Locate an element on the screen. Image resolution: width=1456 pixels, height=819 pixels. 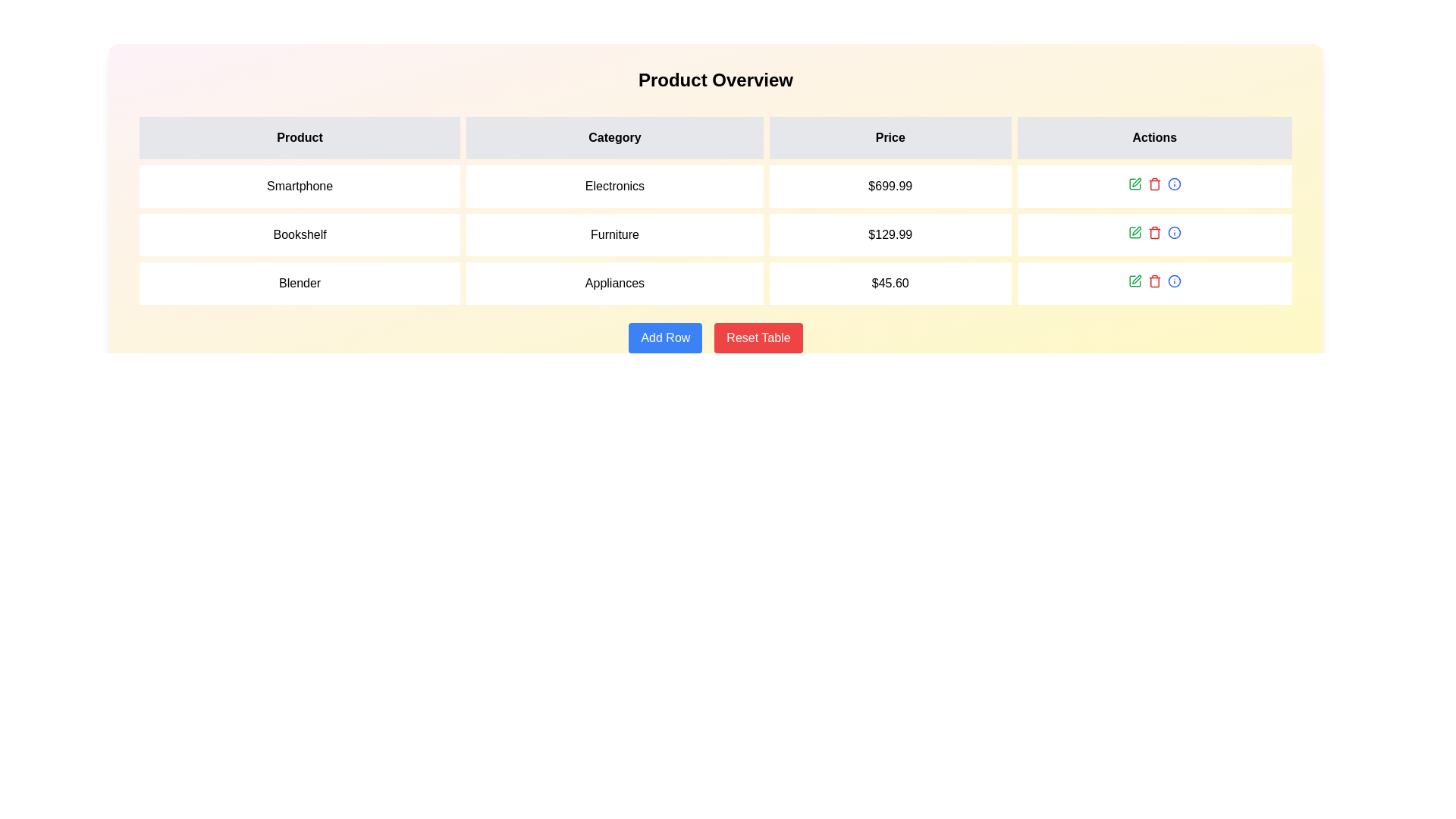
edit icon button located in the 'Actions' column of the last row in the 'Product Overview' table for accessibility information is located at coordinates (1137, 279).